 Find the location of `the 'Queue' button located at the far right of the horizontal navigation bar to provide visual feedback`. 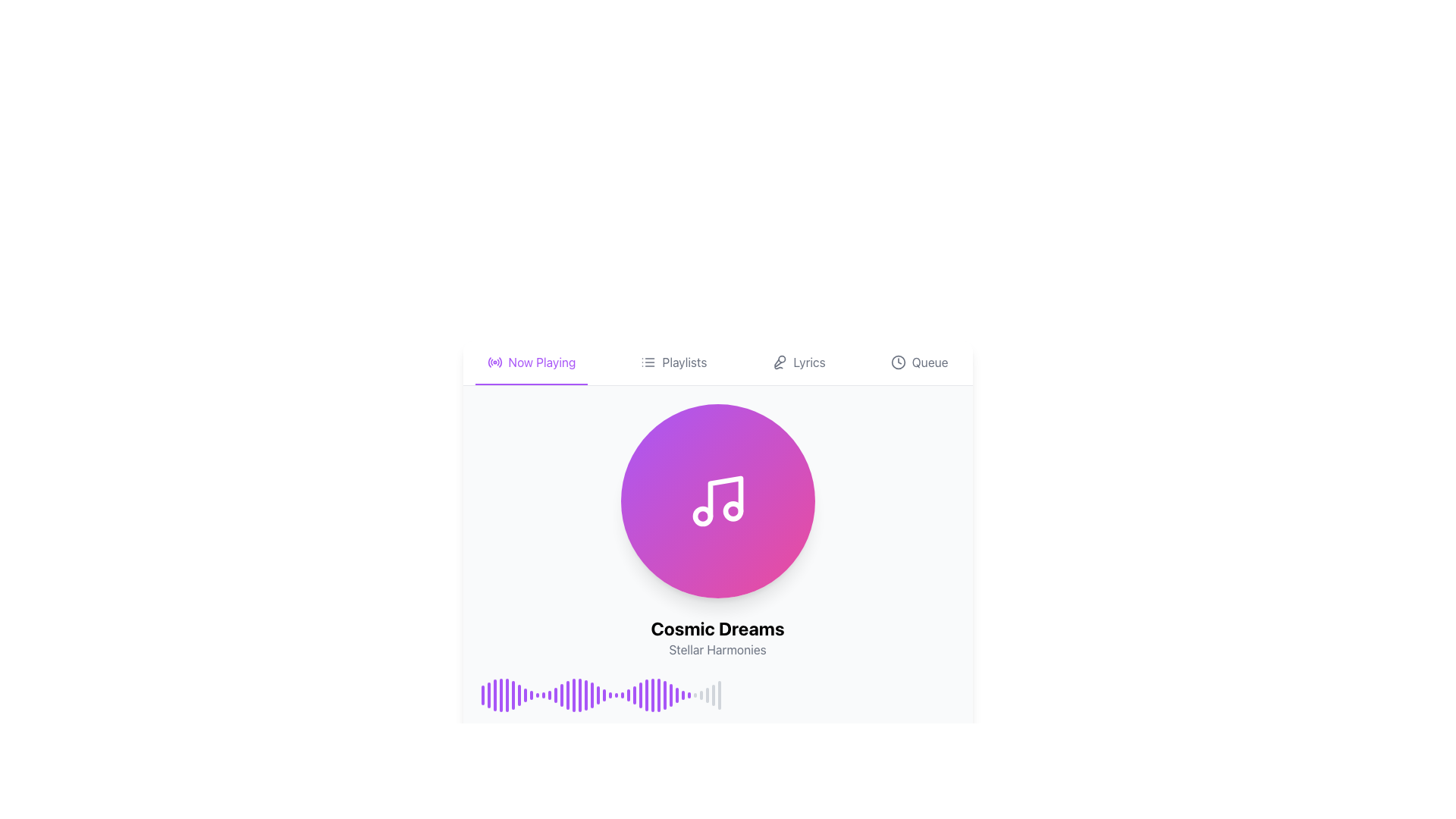

the 'Queue' button located at the far right of the horizontal navigation bar to provide visual feedback is located at coordinates (918, 362).